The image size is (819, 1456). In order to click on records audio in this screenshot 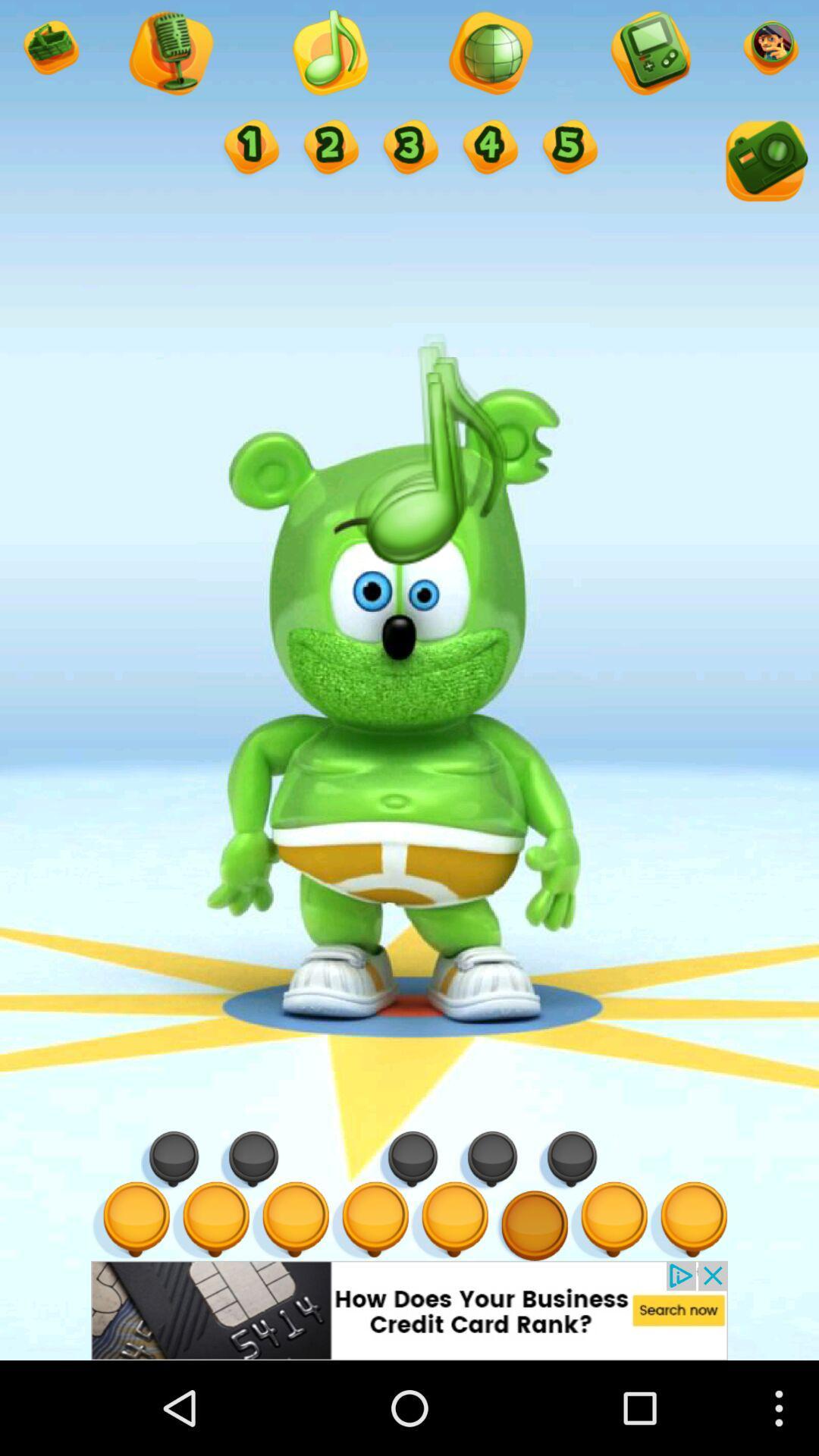, I will do `click(169, 55)`.